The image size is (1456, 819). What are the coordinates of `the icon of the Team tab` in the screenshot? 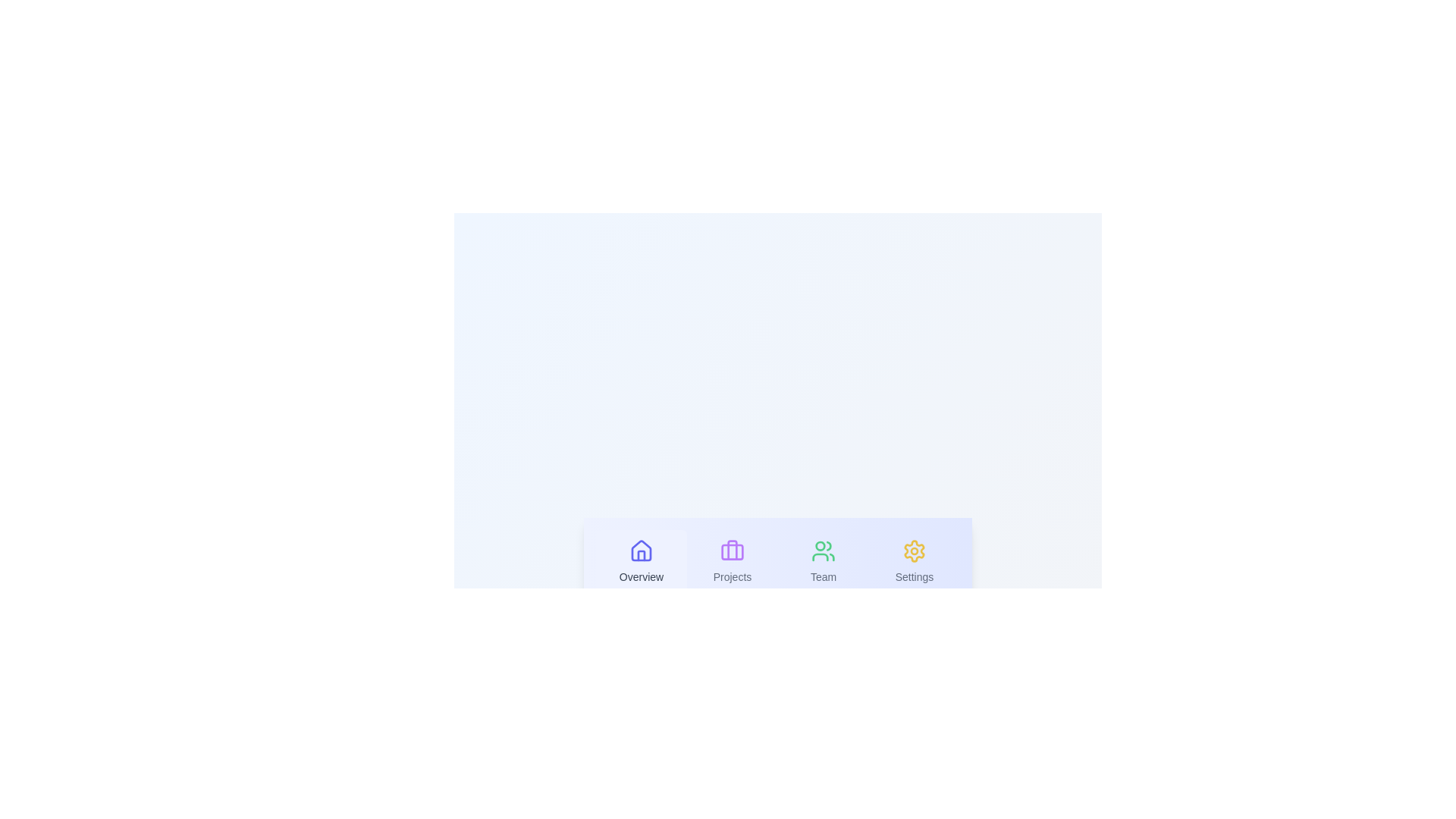 It's located at (822, 551).